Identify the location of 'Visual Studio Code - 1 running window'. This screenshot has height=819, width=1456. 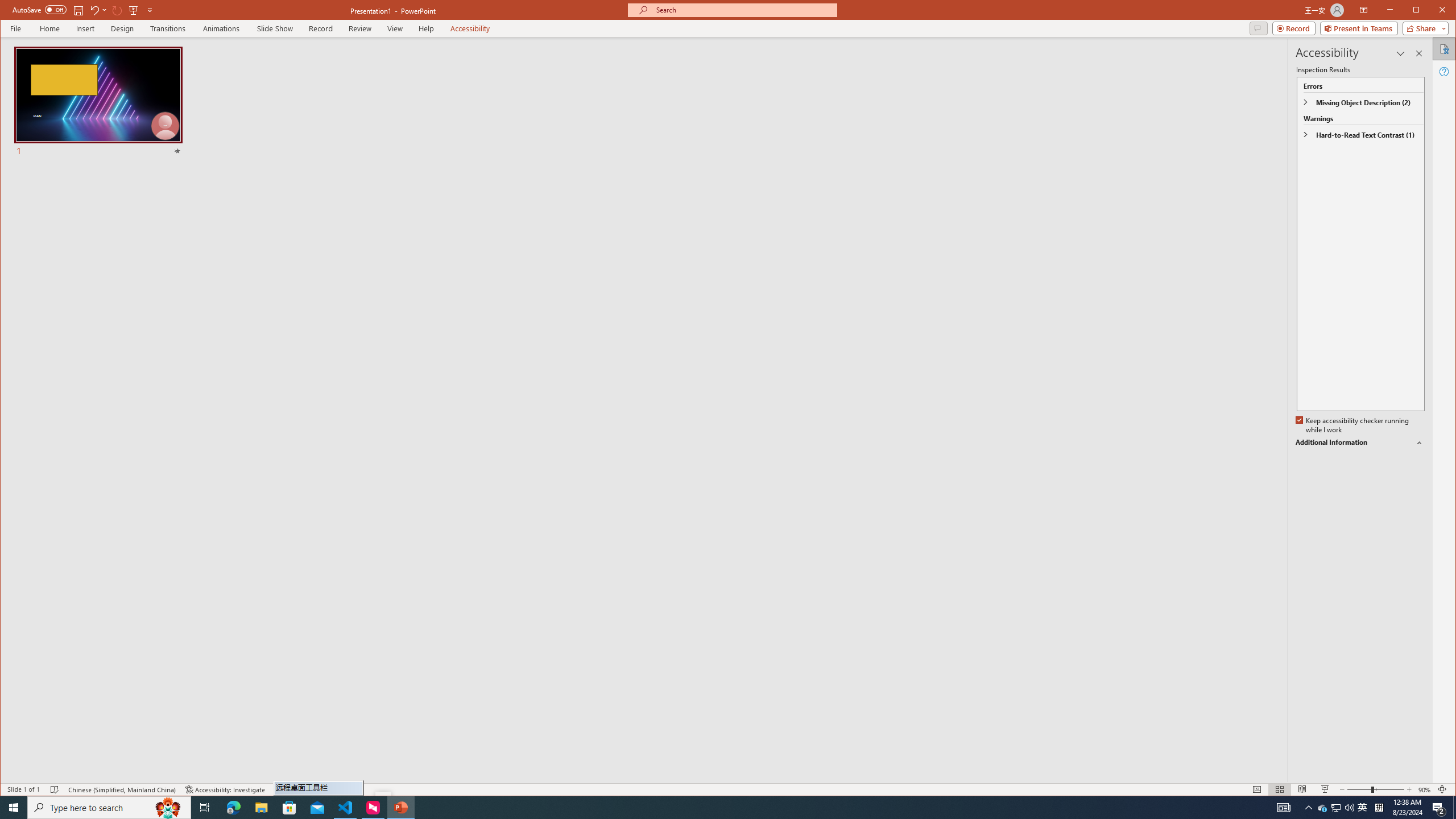
(345, 806).